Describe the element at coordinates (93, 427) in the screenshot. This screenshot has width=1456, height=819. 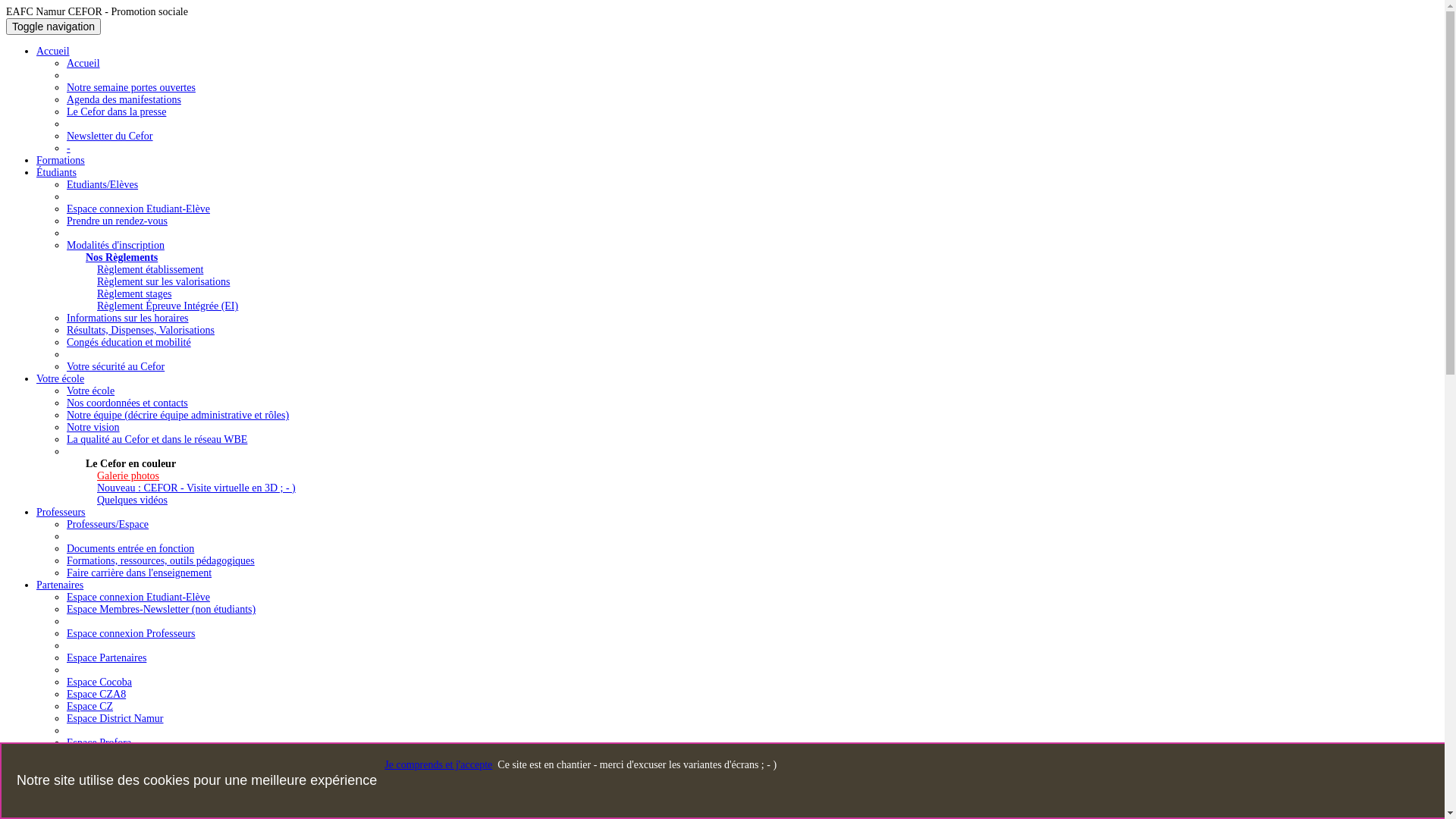
I see `'Notre vision'` at that location.